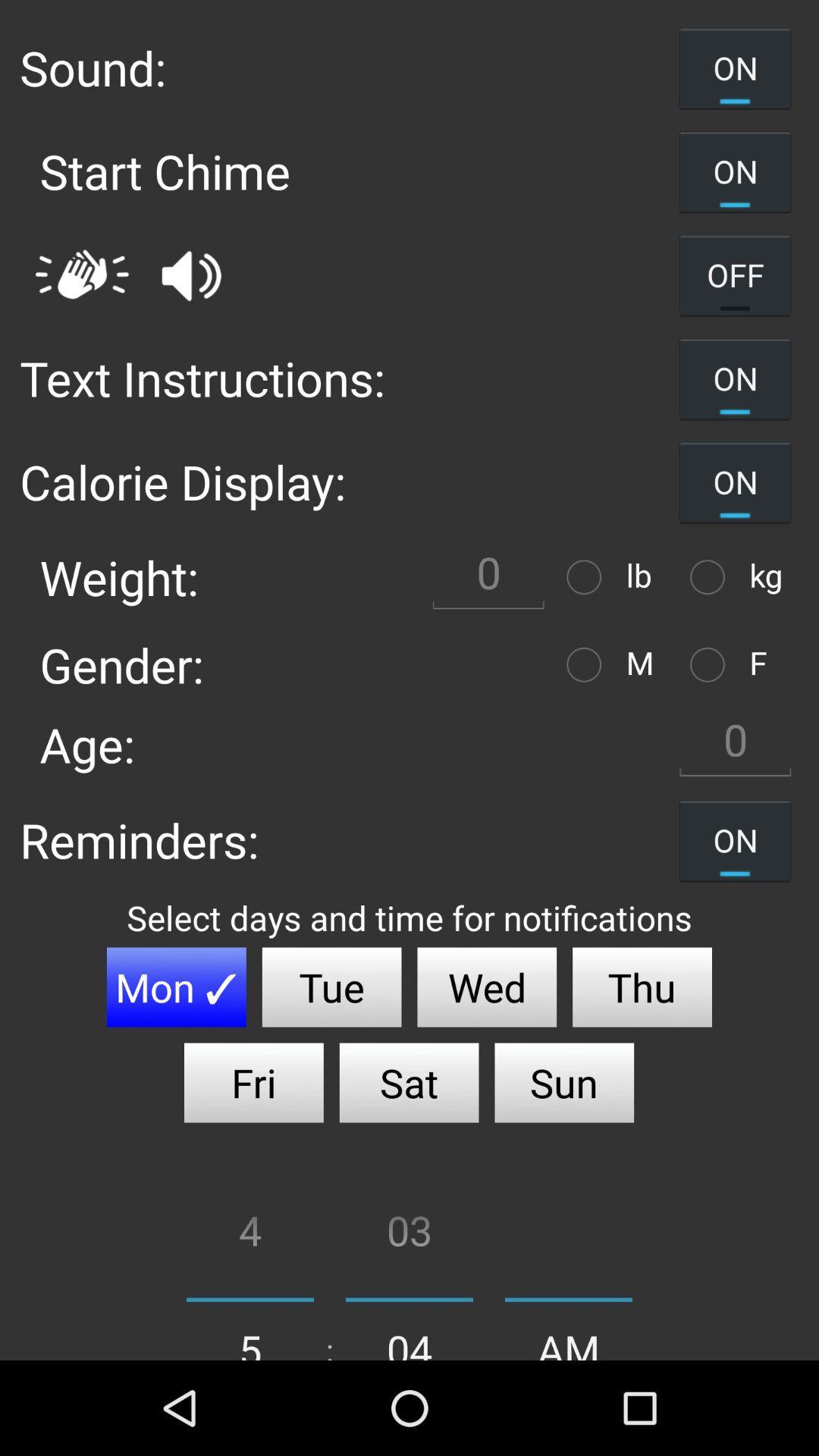 The height and width of the screenshot is (1456, 819). I want to click on input weight, so click(488, 576).